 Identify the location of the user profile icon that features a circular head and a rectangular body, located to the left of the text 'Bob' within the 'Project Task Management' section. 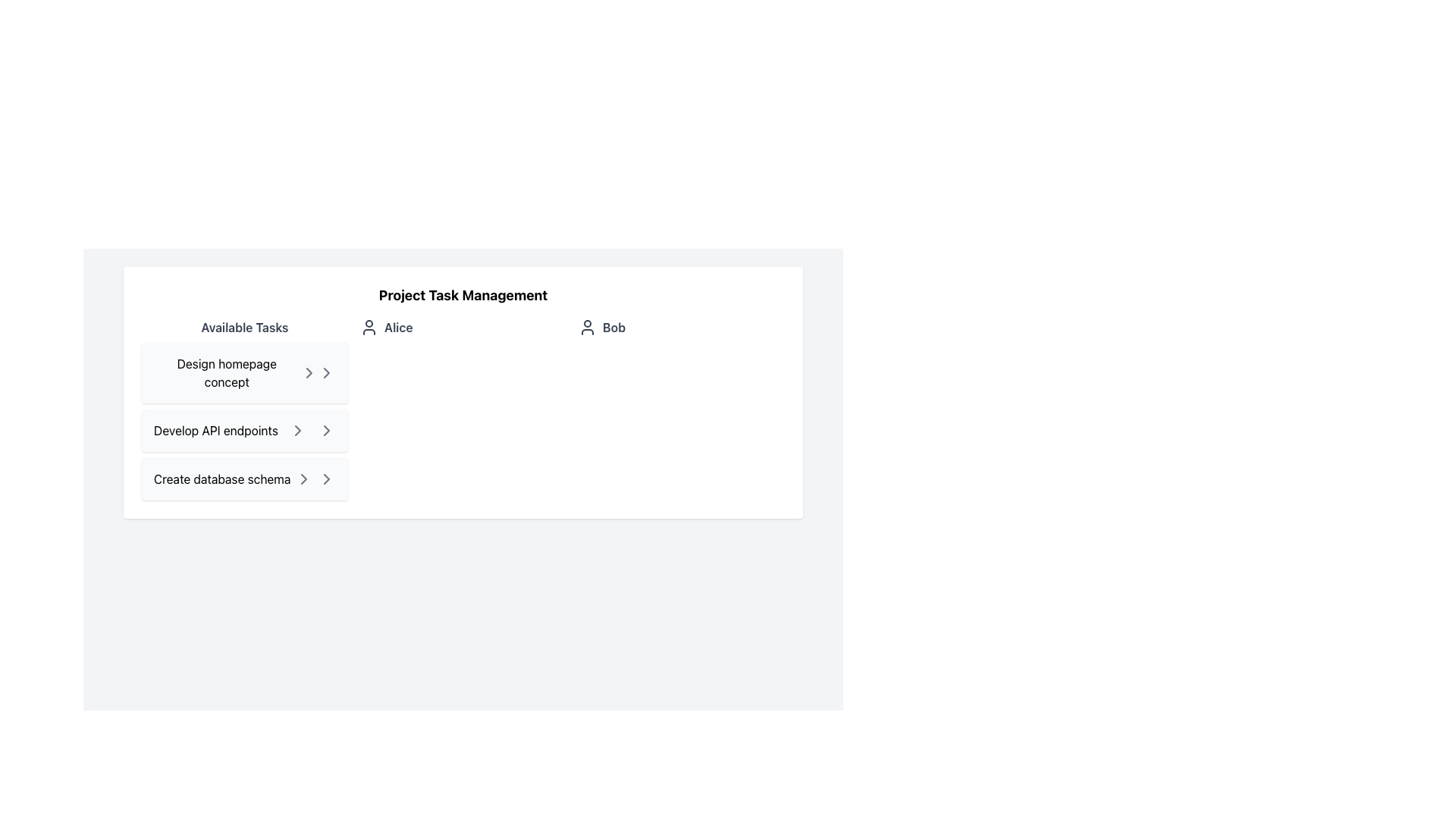
(586, 327).